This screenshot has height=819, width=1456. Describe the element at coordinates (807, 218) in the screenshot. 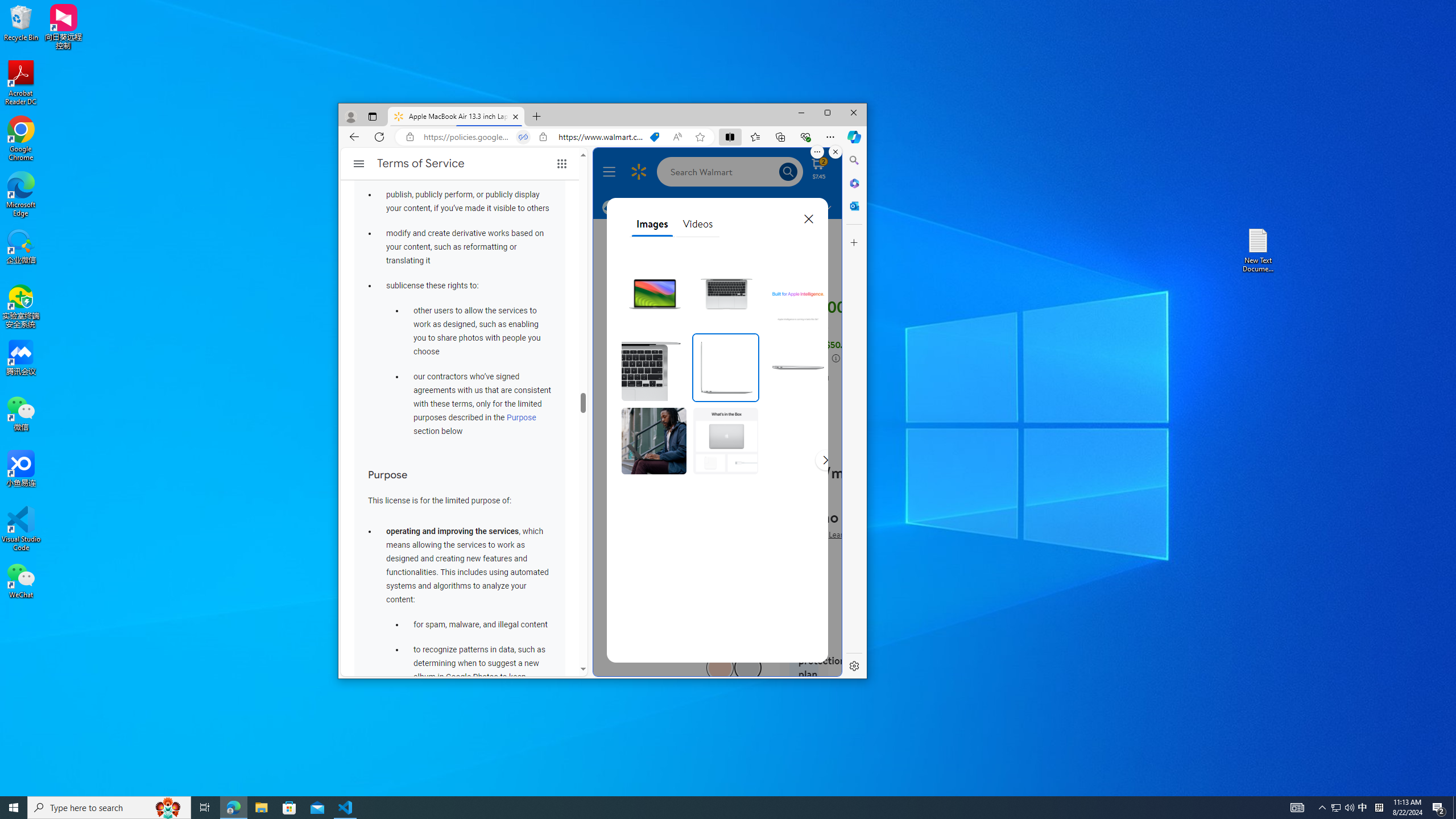

I see `'Close dialog'` at that location.